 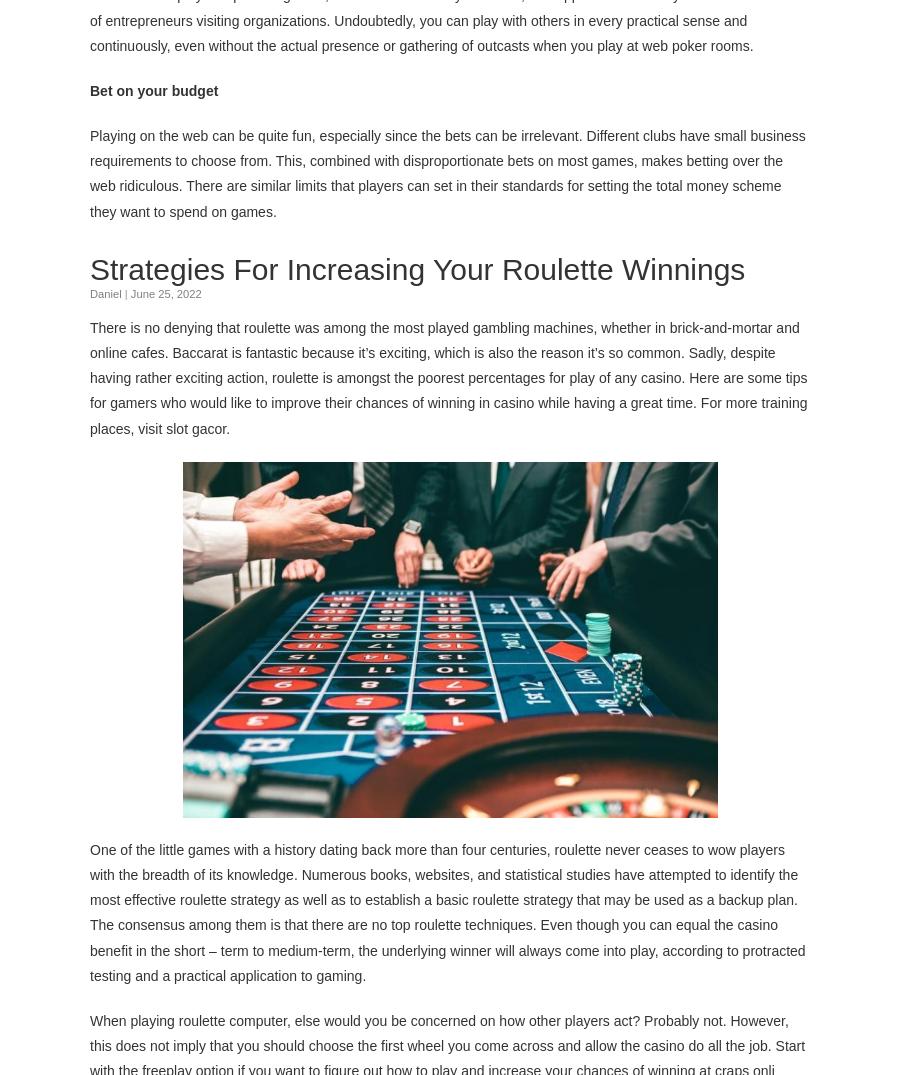 What do you see at coordinates (226, 425) in the screenshot?
I see `'.'` at bounding box center [226, 425].